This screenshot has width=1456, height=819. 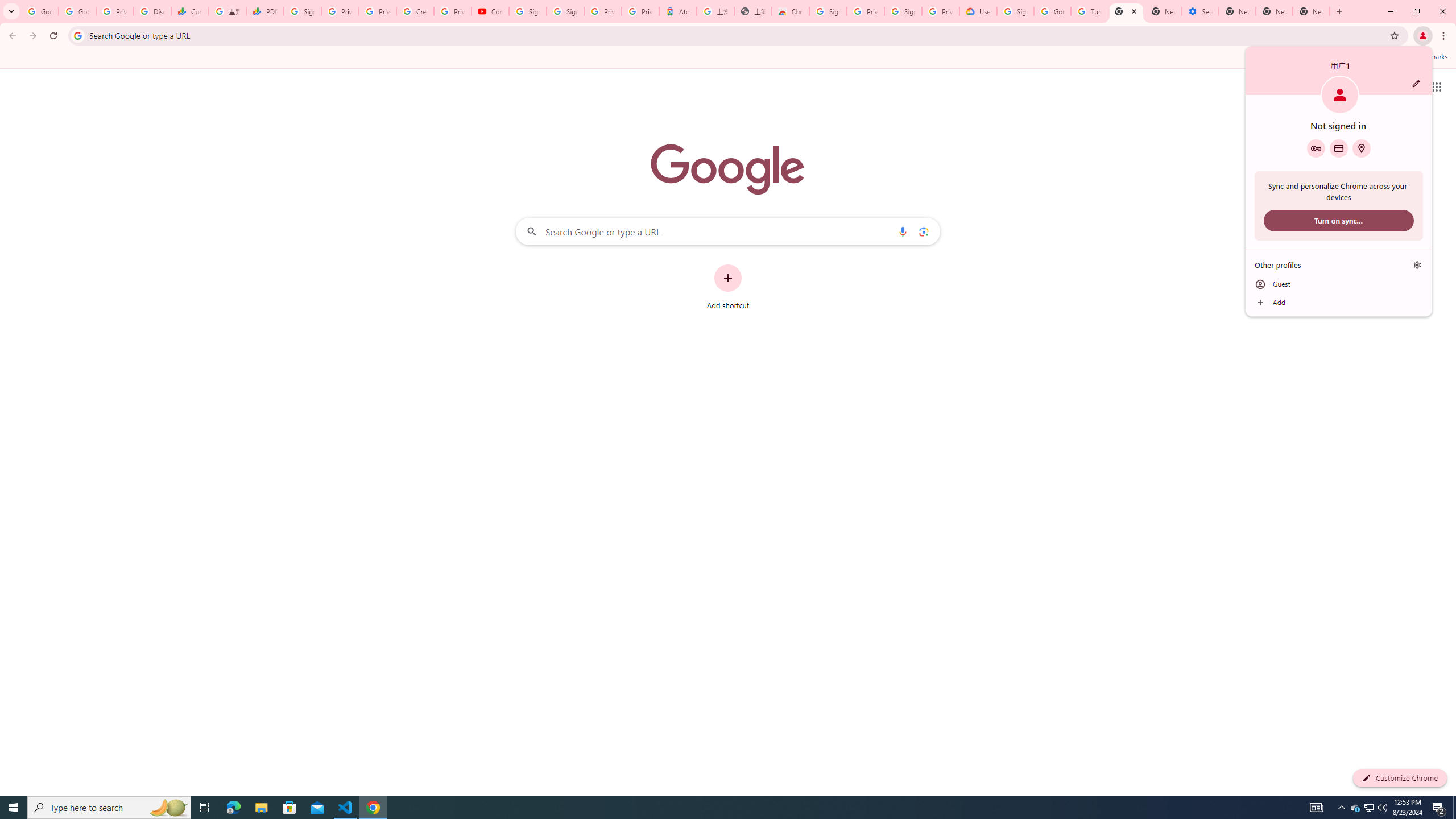 I want to click on 'AutomationID: 4105', so click(x=1317, y=806).